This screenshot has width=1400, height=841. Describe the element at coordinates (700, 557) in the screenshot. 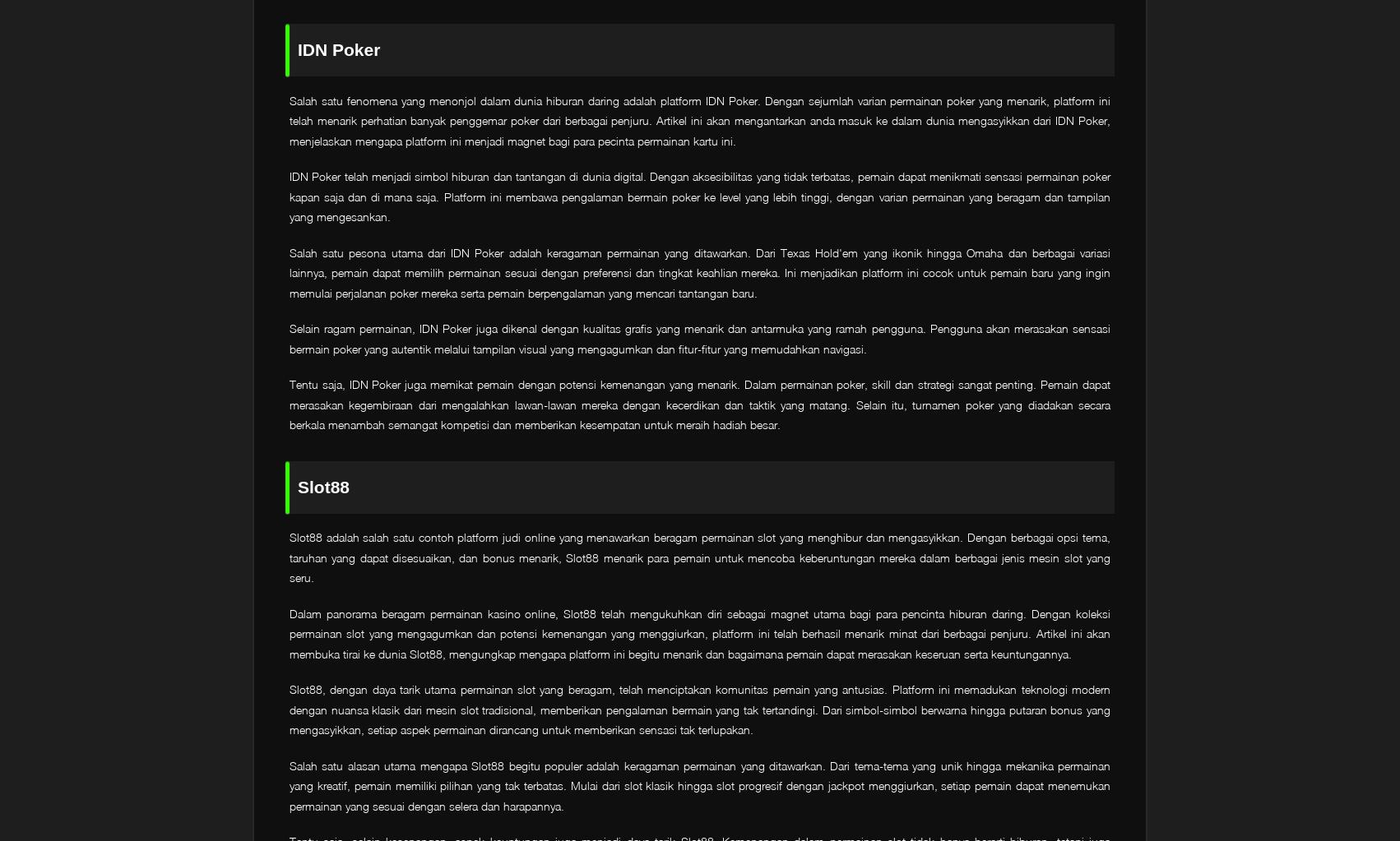

I see `'Slot88 adalah salah satu contoh platform judi online yang menawarkan beragam permainan slot yang menghibur dan mengasyikkan. Dengan berbagai opsi tema, taruhan yang dapat disesuaikan, dan bonus menarik, Slot88 menarik para pemain untuk mencoba keberuntungan mereka dalam berbagai jenis mesin slot yang seru.'` at that location.